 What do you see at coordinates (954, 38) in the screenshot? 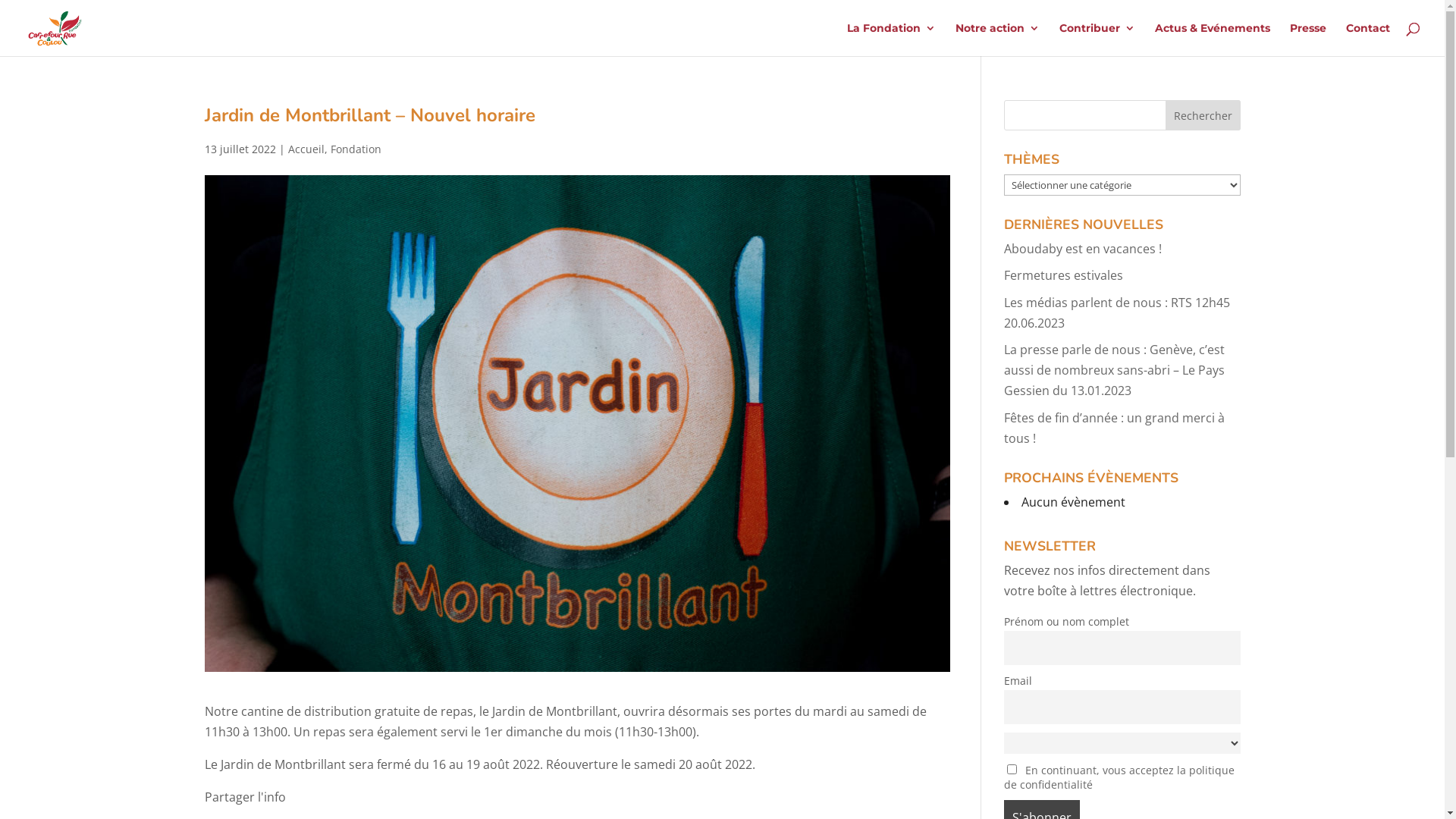
I see `'Notre action'` at bounding box center [954, 38].